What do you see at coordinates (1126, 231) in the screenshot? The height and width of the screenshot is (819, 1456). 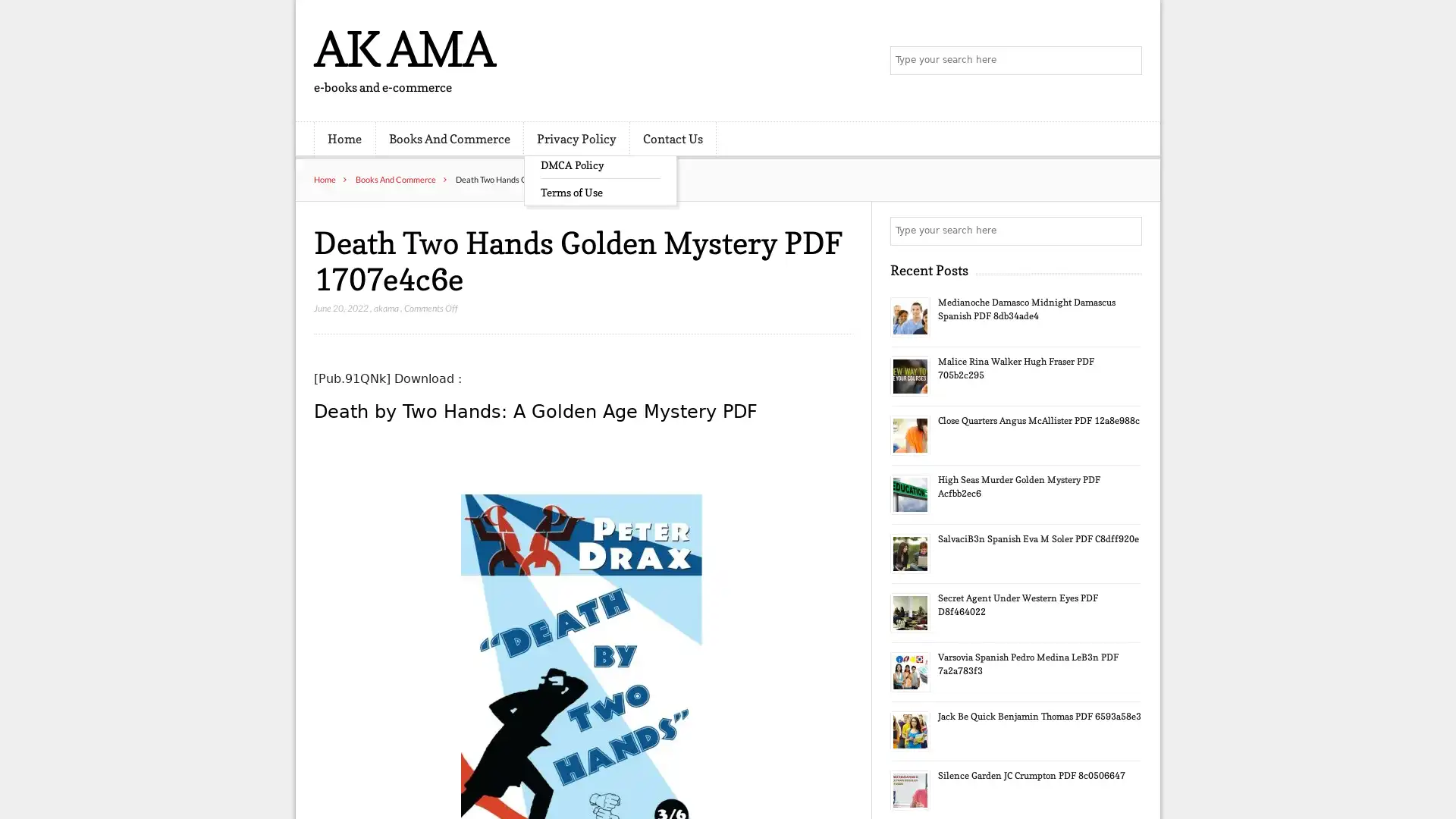 I see `Search` at bounding box center [1126, 231].